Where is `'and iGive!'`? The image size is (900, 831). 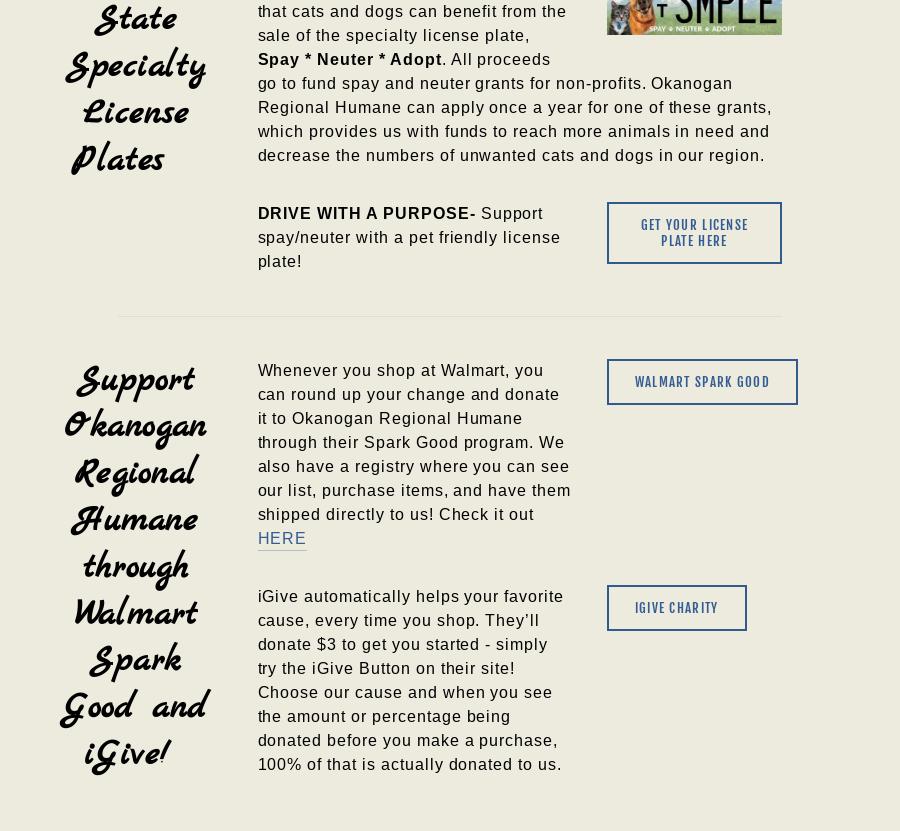 'and iGive!' is located at coordinates (154, 730).